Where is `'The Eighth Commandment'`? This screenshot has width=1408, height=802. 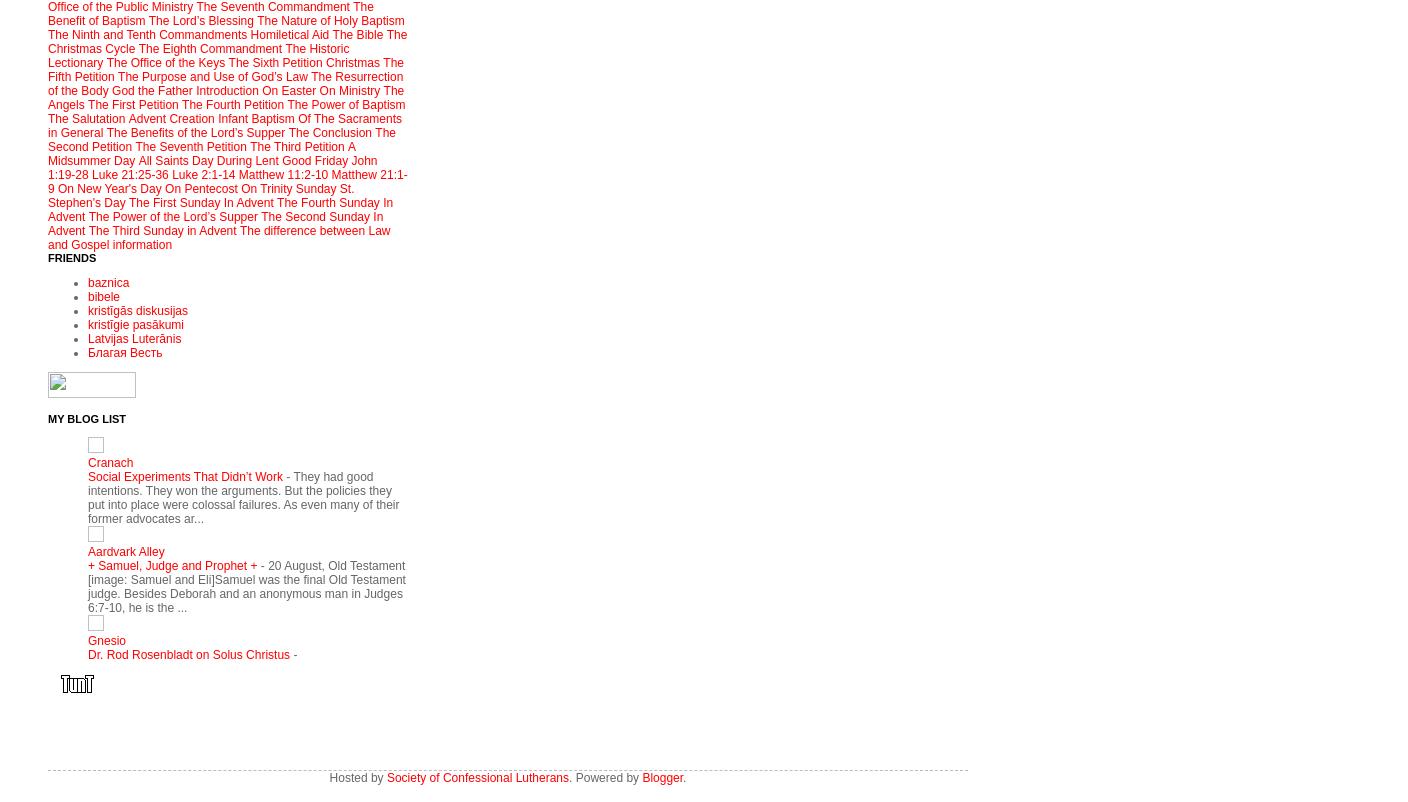
'The Eighth Commandment' is located at coordinates (208, 48).